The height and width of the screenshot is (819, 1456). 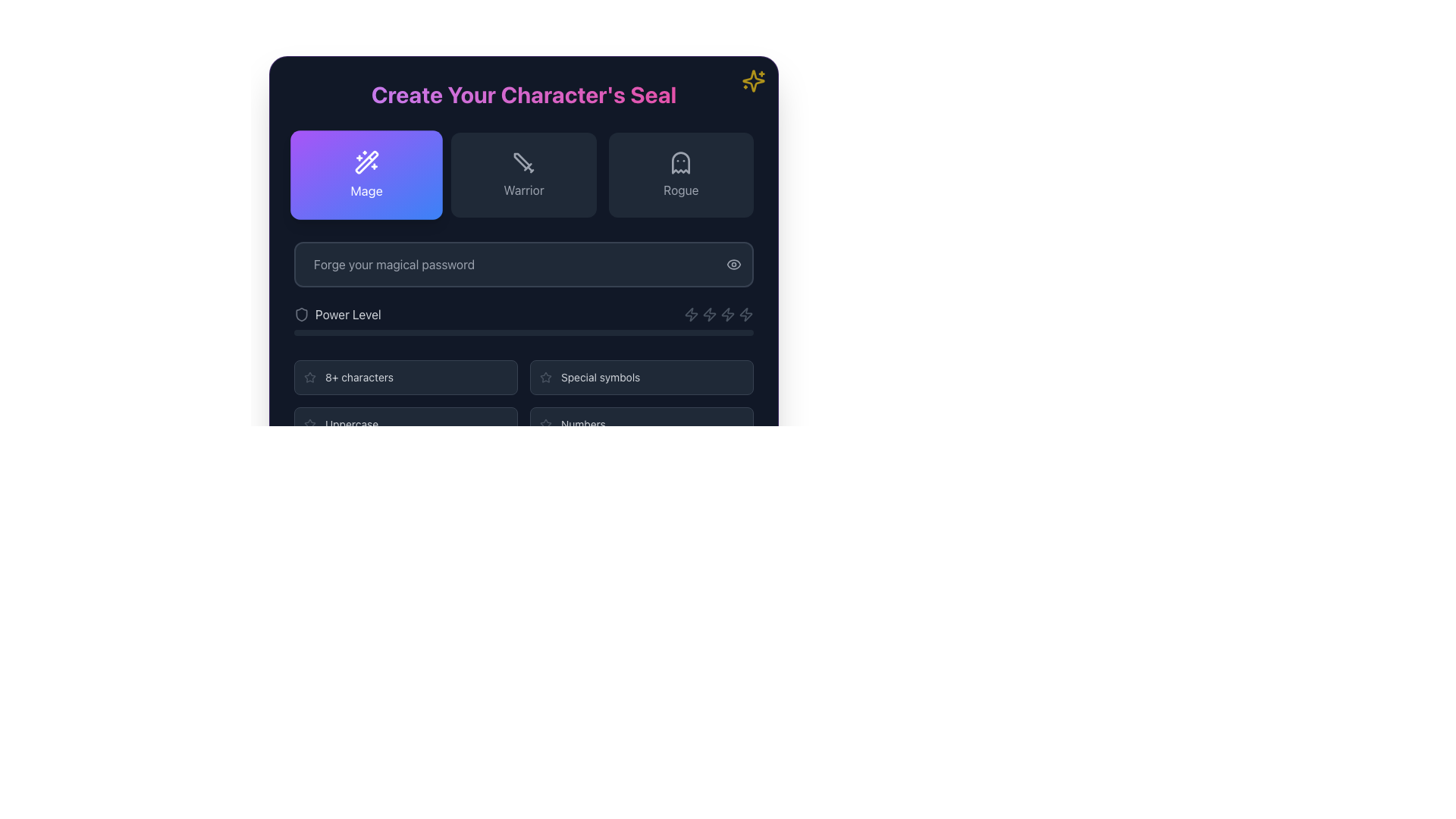 I want to click on the 'Warrior' button, which is a rectangular button with rounded corners, a dark gray background, a sword icon in light gray, and the text 'Warrior' in gray, located in the middle of the three-button row, so click(x=524, y=174).